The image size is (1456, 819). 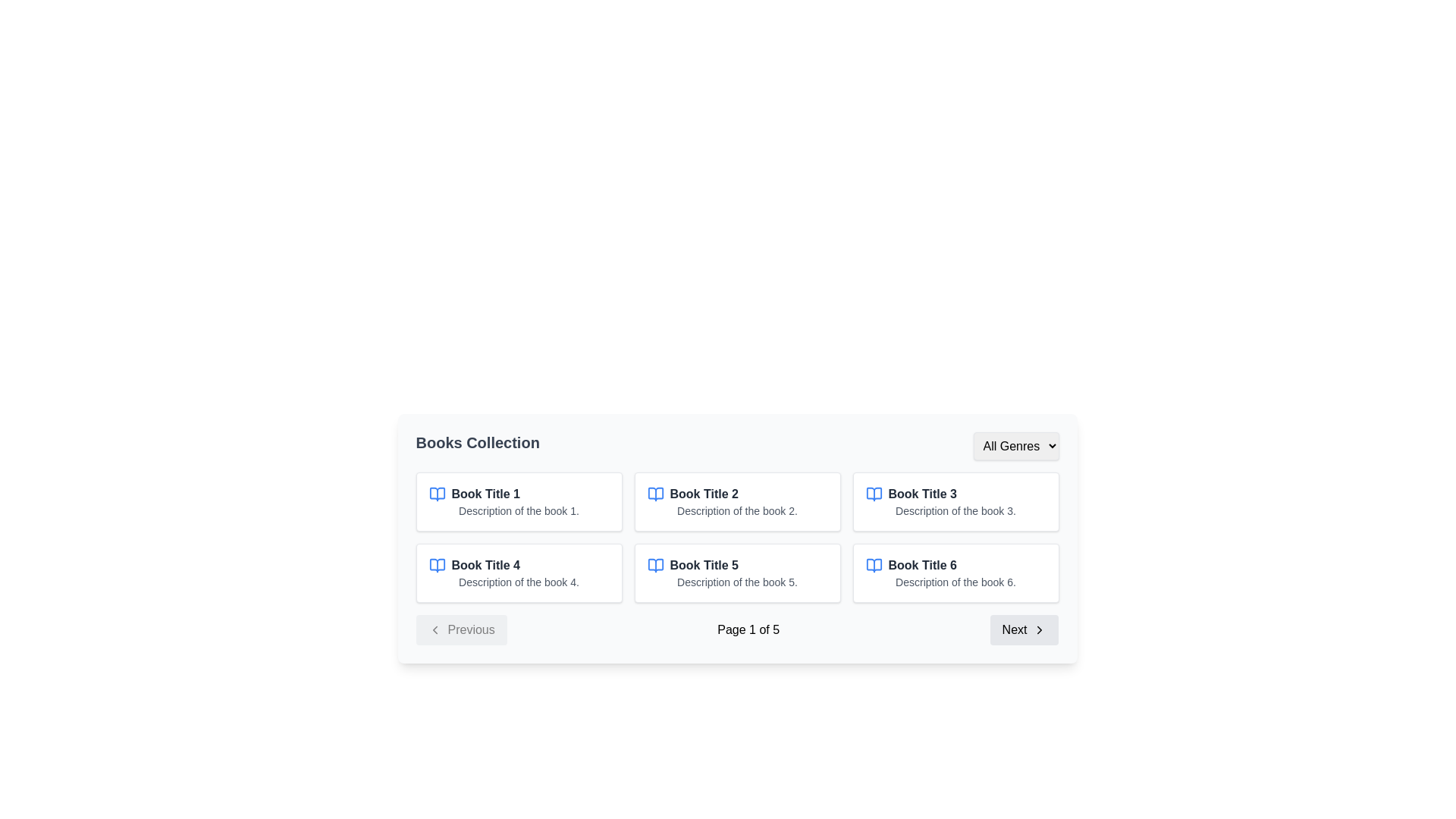 I want to click on the first entry in the Books Collection interface, which features an open book icon and the text label 'Book Title 1', so click(x=519, y=494).